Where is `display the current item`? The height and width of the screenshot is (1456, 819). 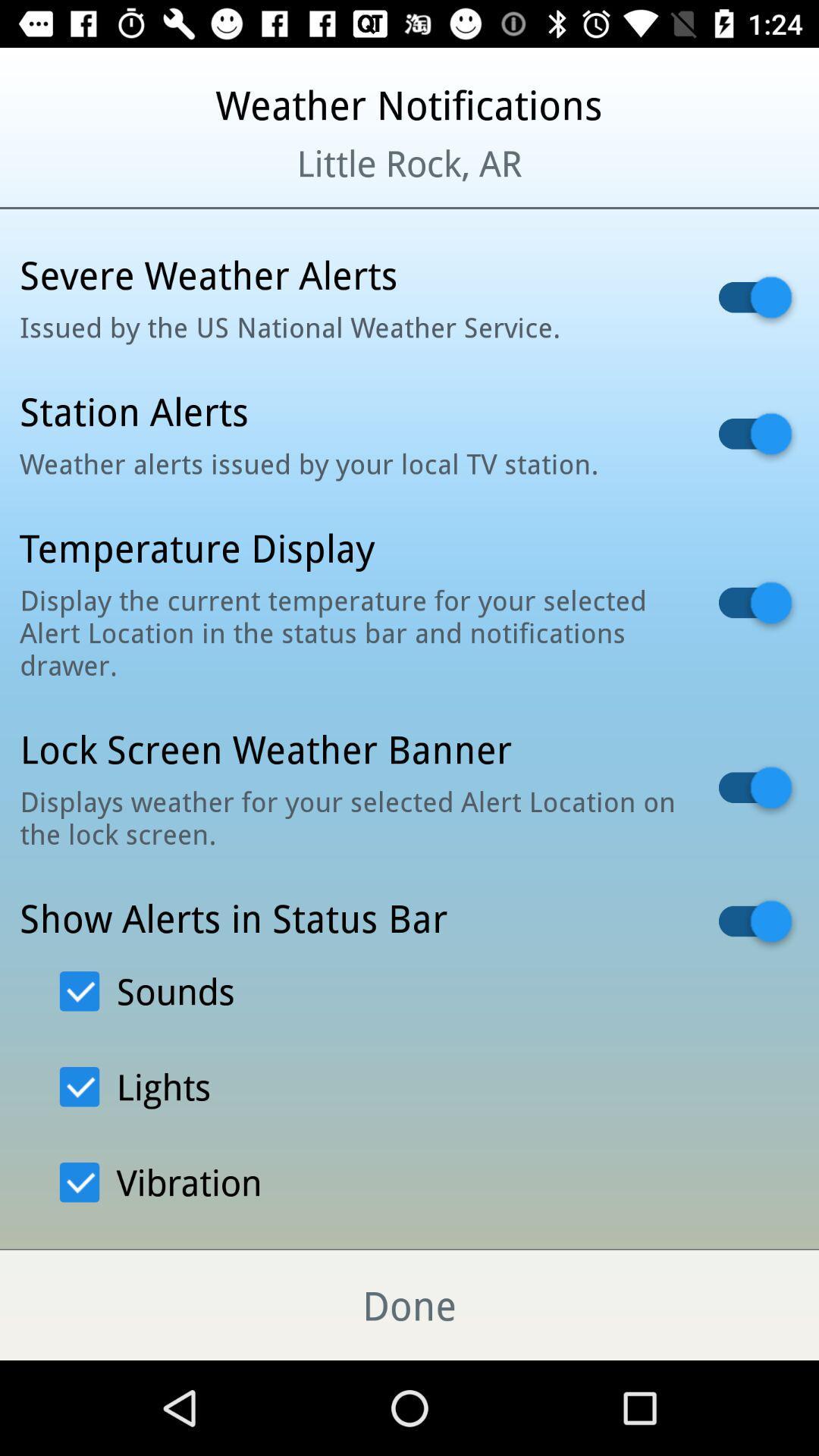
display the current item is located at coordinates (350, 632).